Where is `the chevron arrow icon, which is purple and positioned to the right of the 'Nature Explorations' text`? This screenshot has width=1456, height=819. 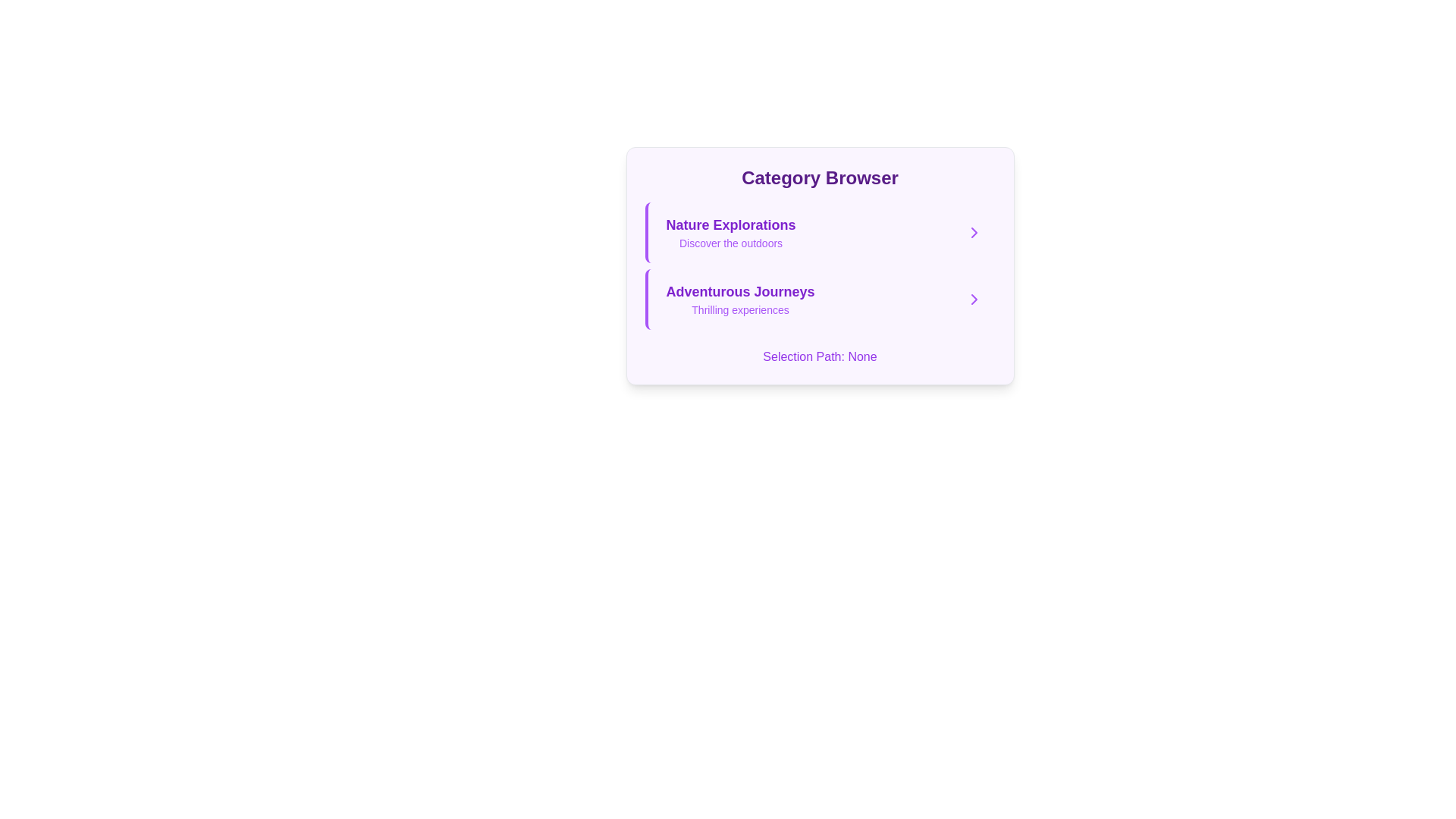
the chevron arrow icon, which is purple and positioned to the right of the 'Nature Explorations' text is located at coordinates (974, 233).